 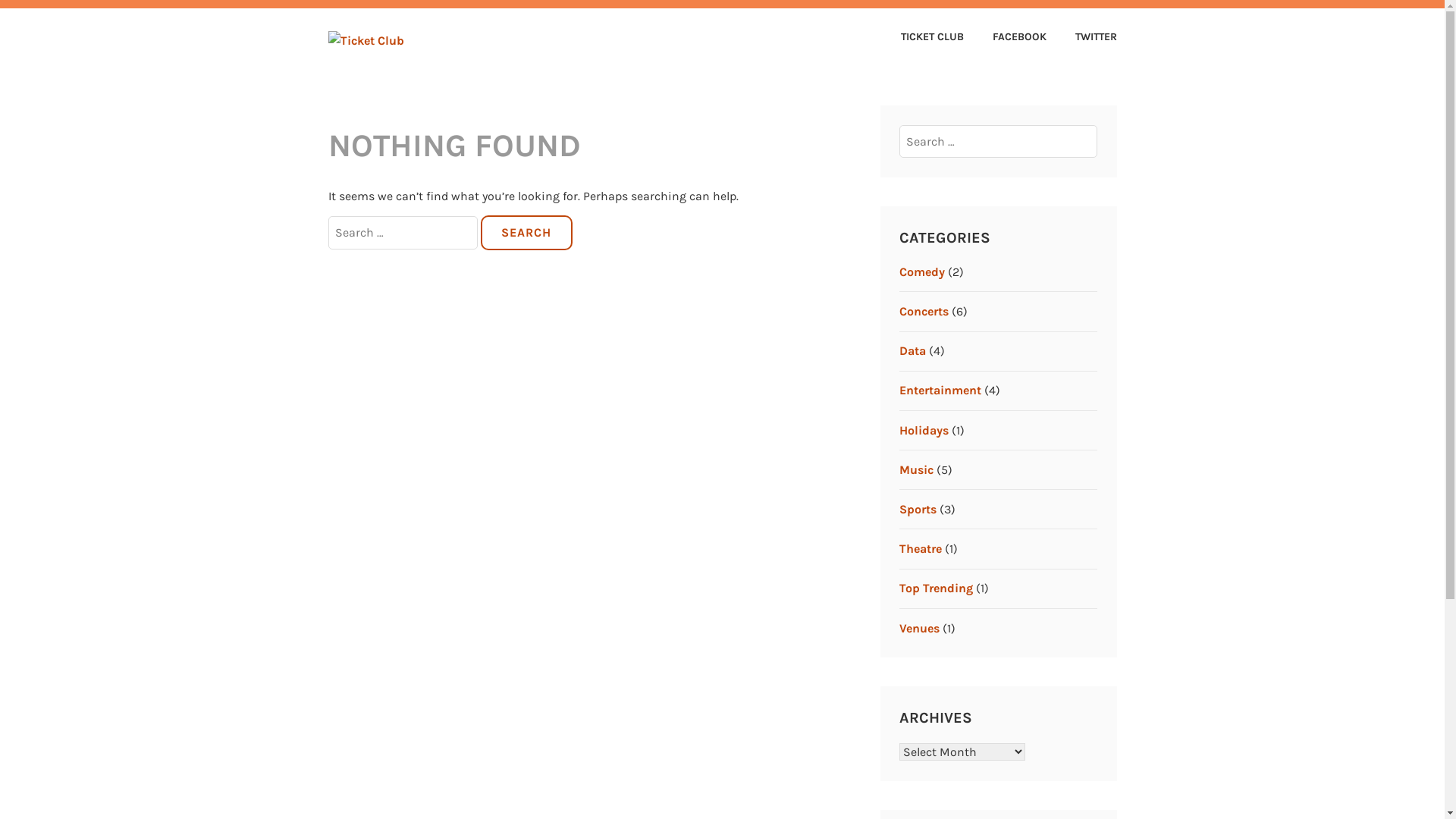 I want to click on 'TWITTER', so click(x=1082, y=37).